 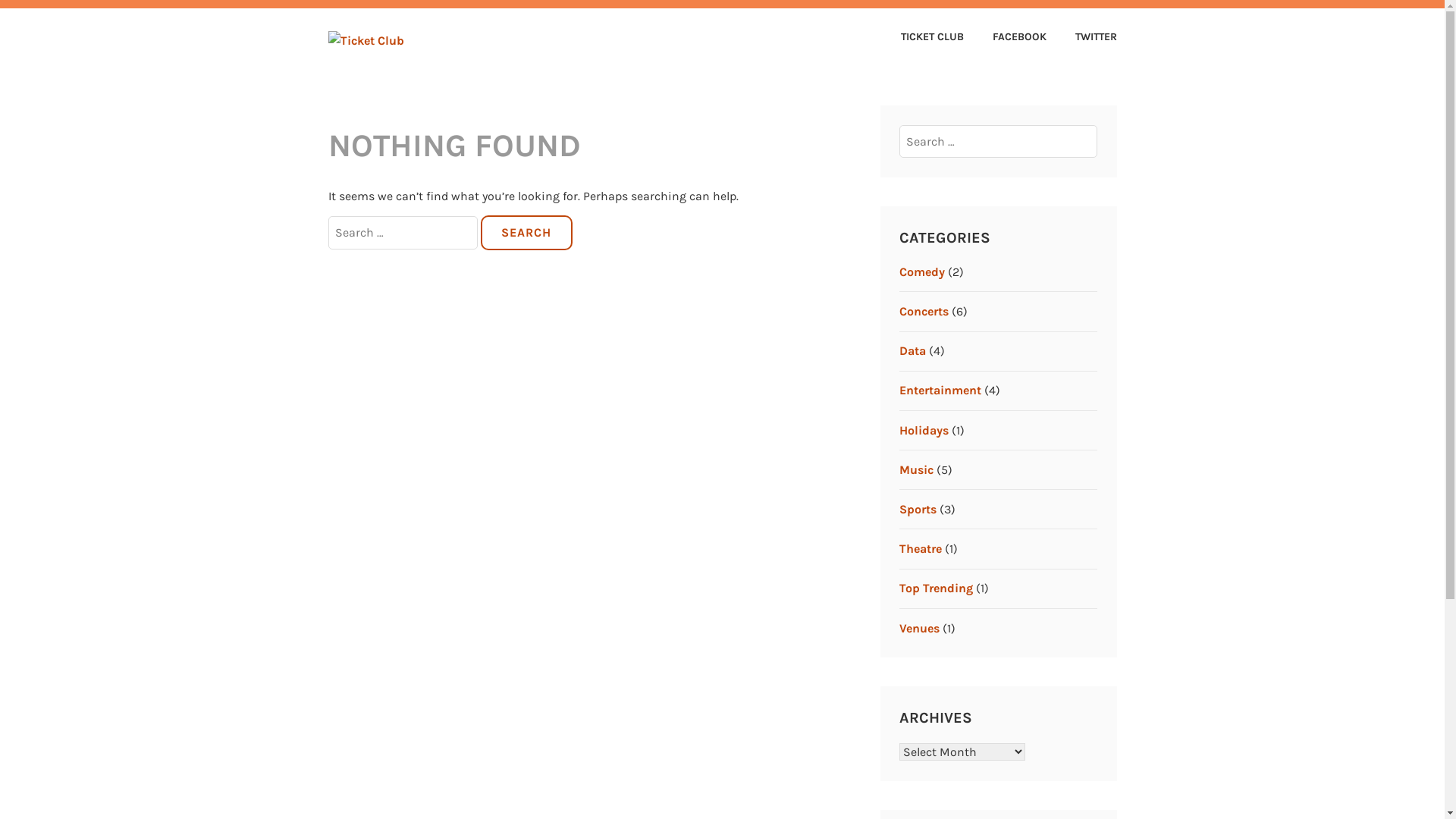 I want to click on 'TWITTER', so click(x=1082, y=37).